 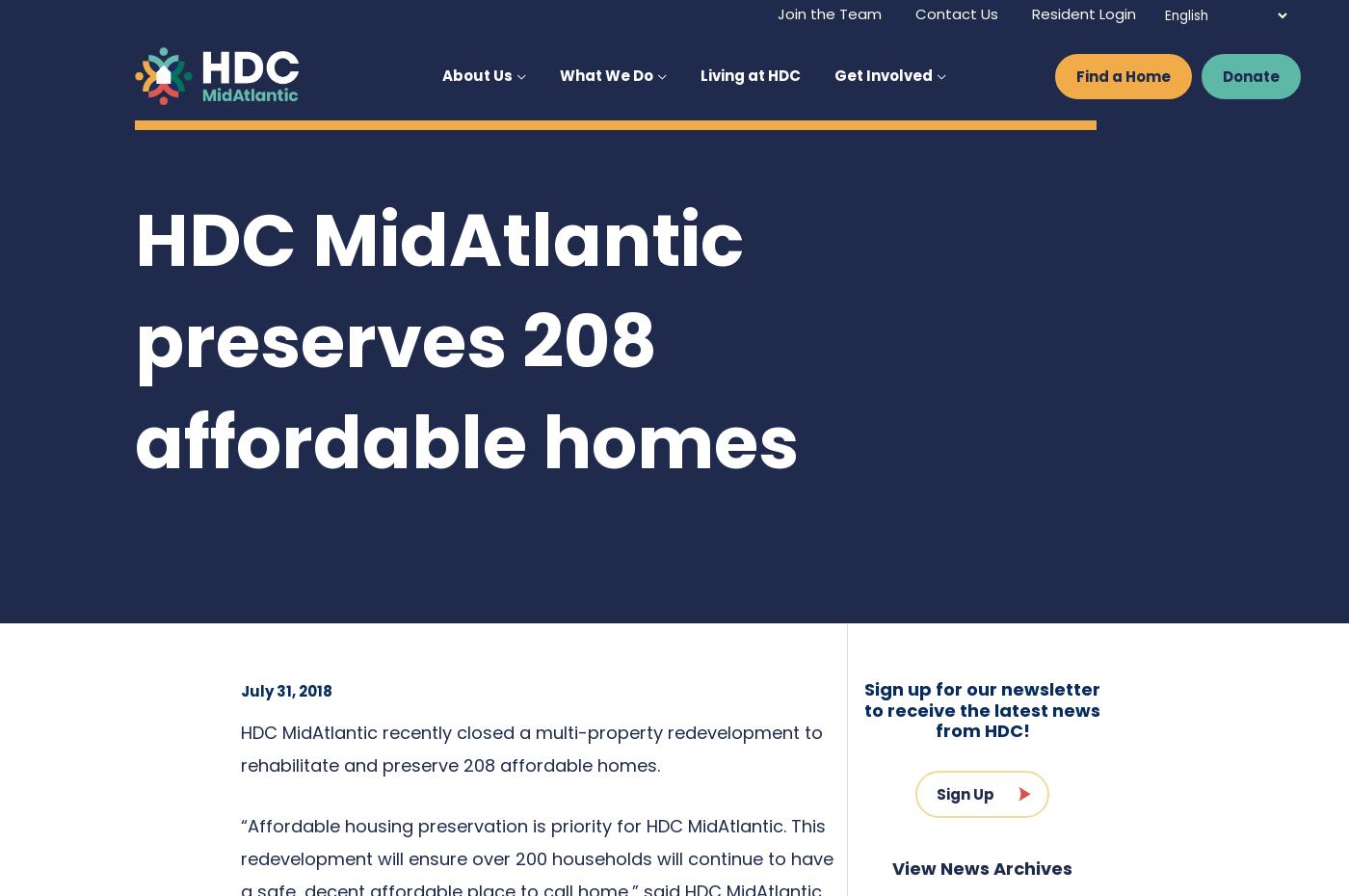 I want to click on 'Sign Up', so click(x=965, y=792).